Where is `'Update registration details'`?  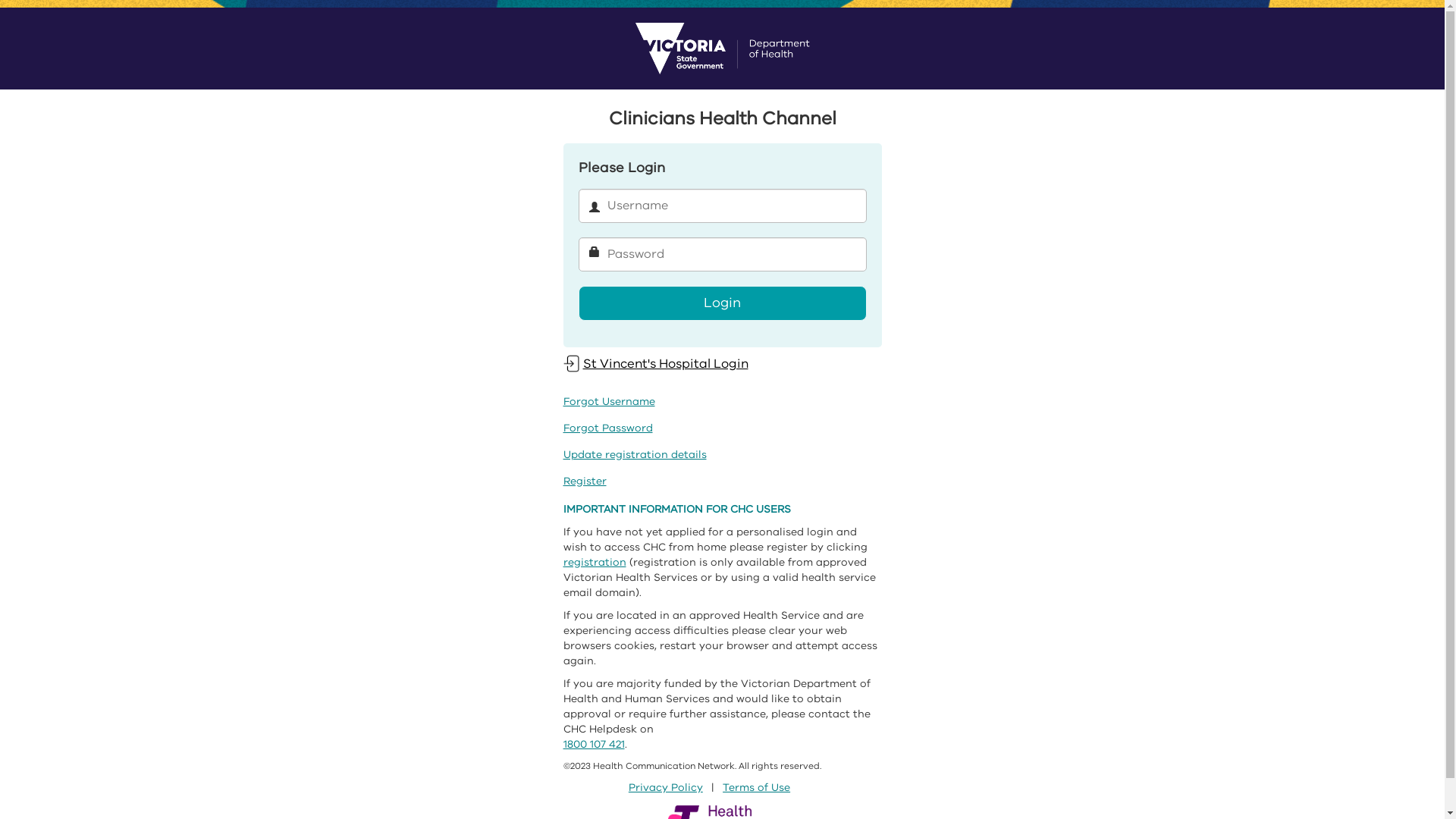
'Update registration details' is located at coordinates (634, 453).